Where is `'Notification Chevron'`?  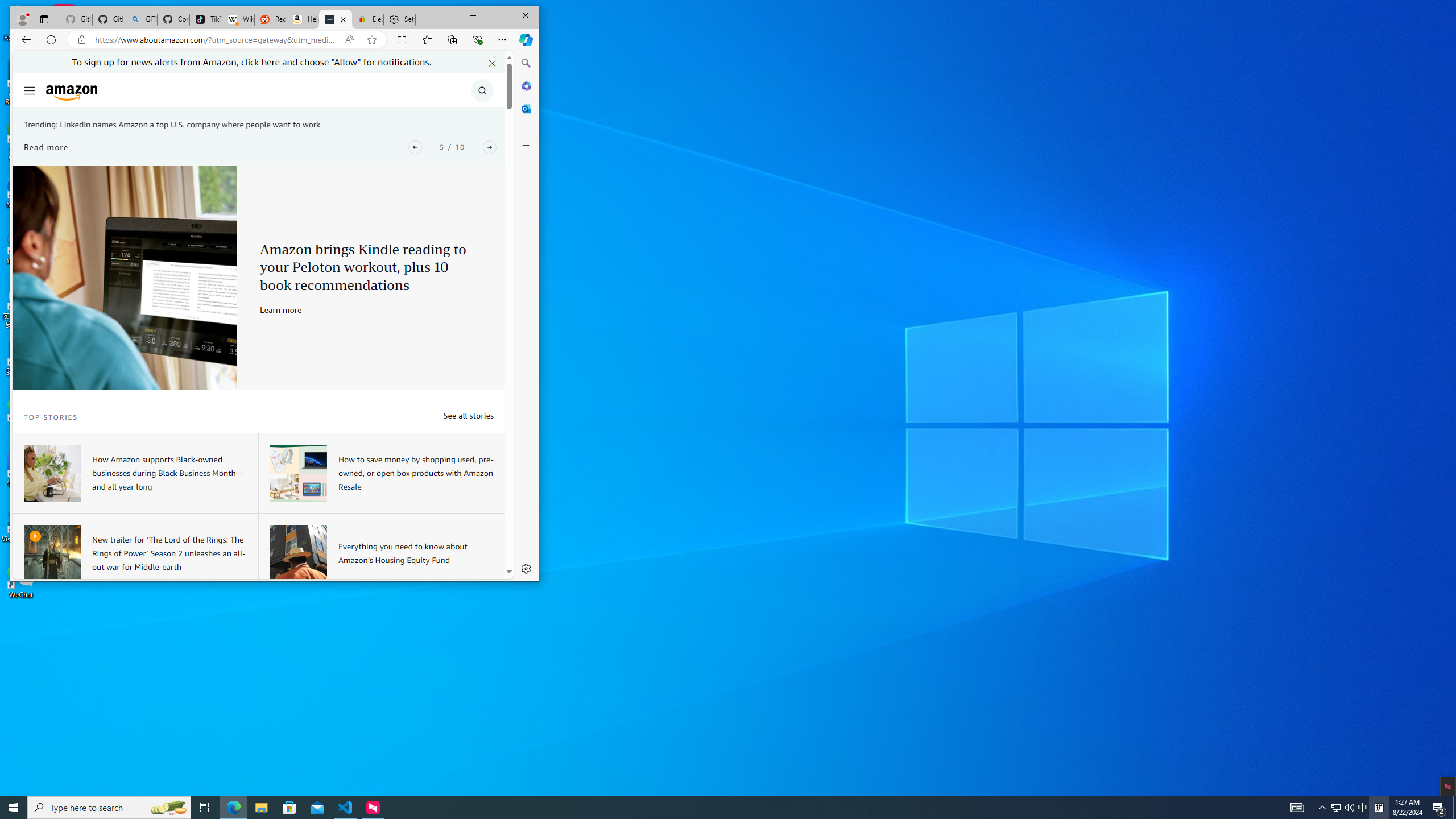
'Notification Chevron' is located at coordinates (1322, 806).